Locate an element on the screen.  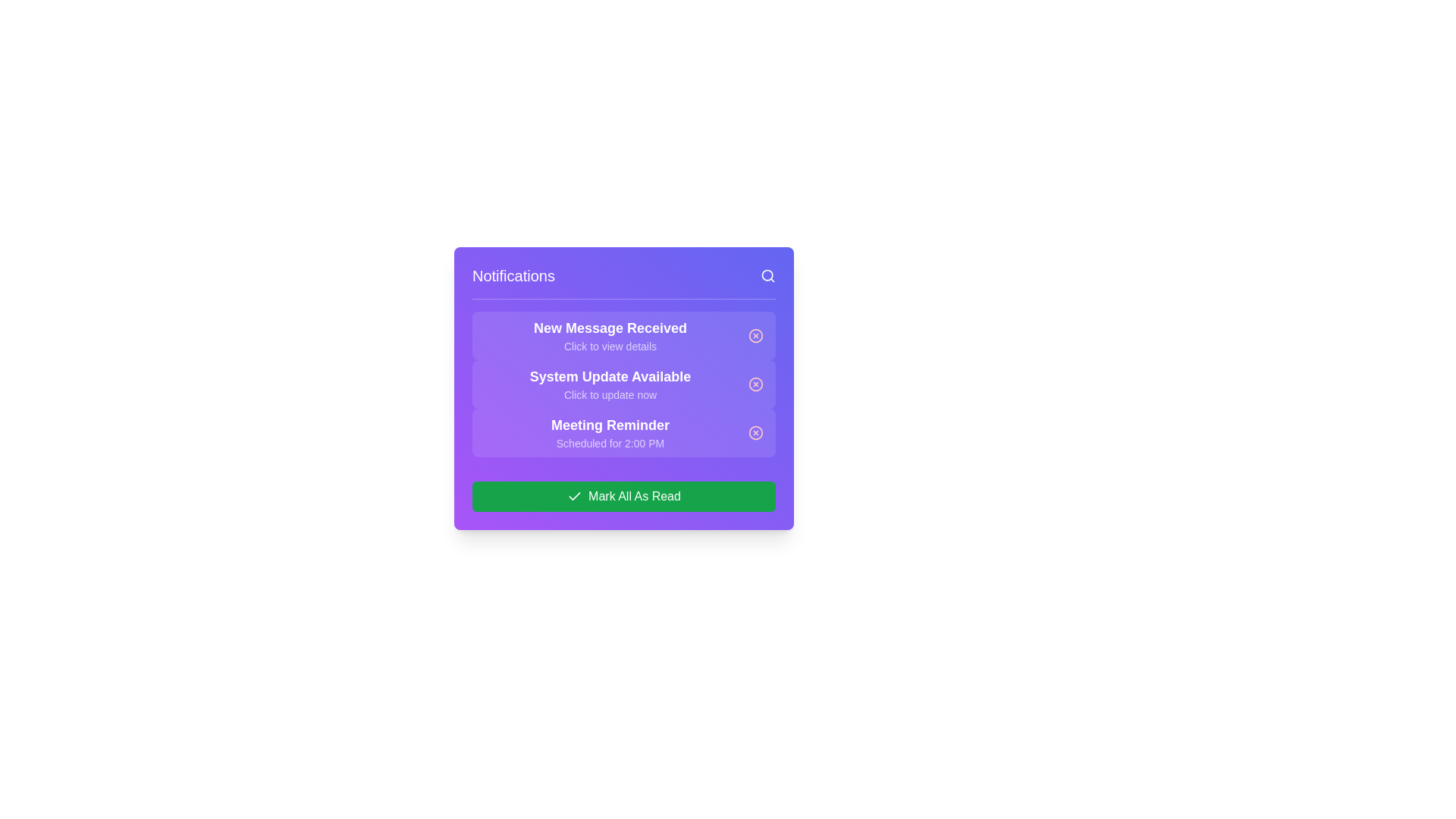
the dismiss button located to the far right of the first notification item, adjacent to the text 'New Message Received' is located at coordinates (756, 335).